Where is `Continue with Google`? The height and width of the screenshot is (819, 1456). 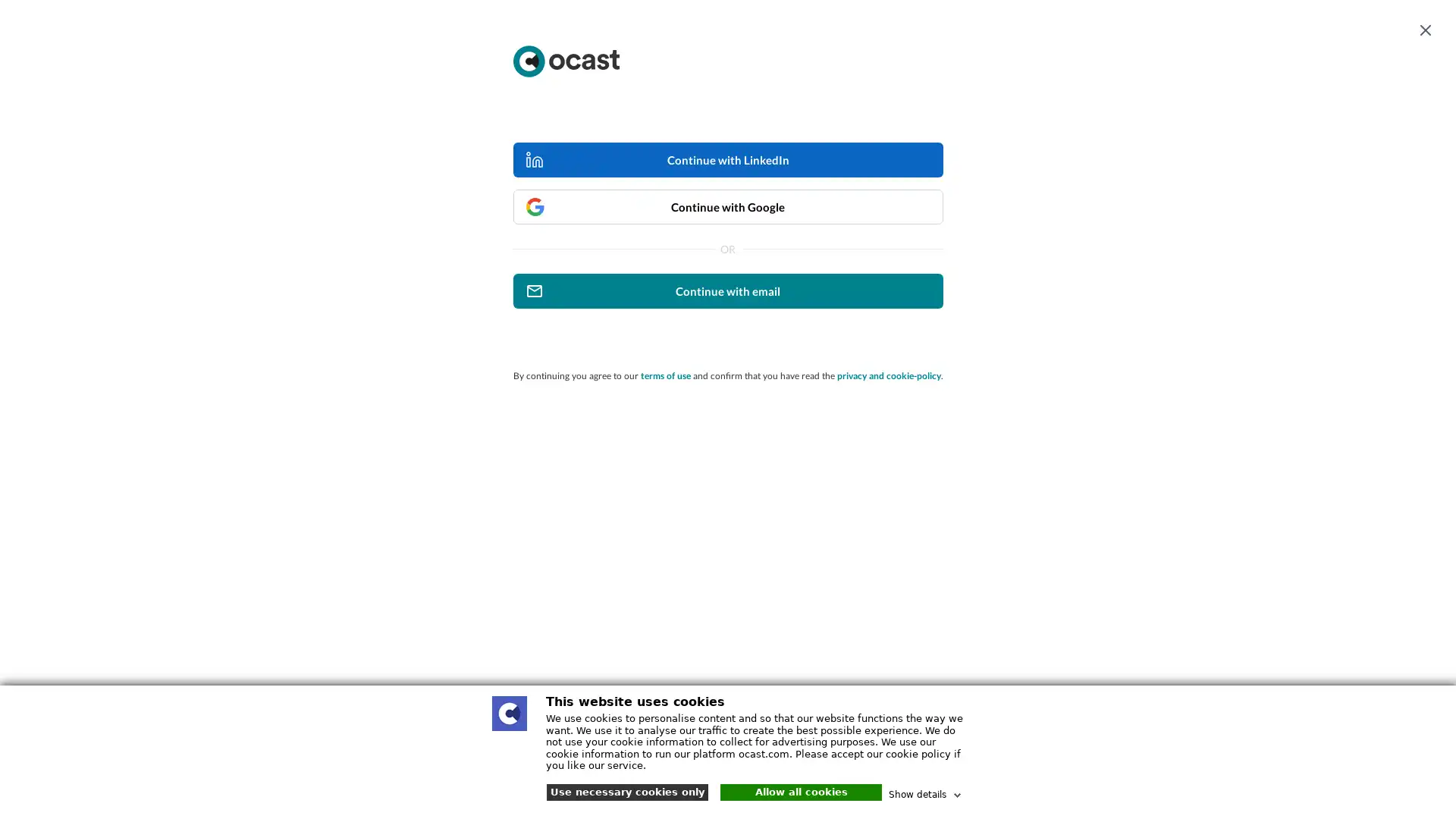
Continue with Google is located at coordinates (726, 207).